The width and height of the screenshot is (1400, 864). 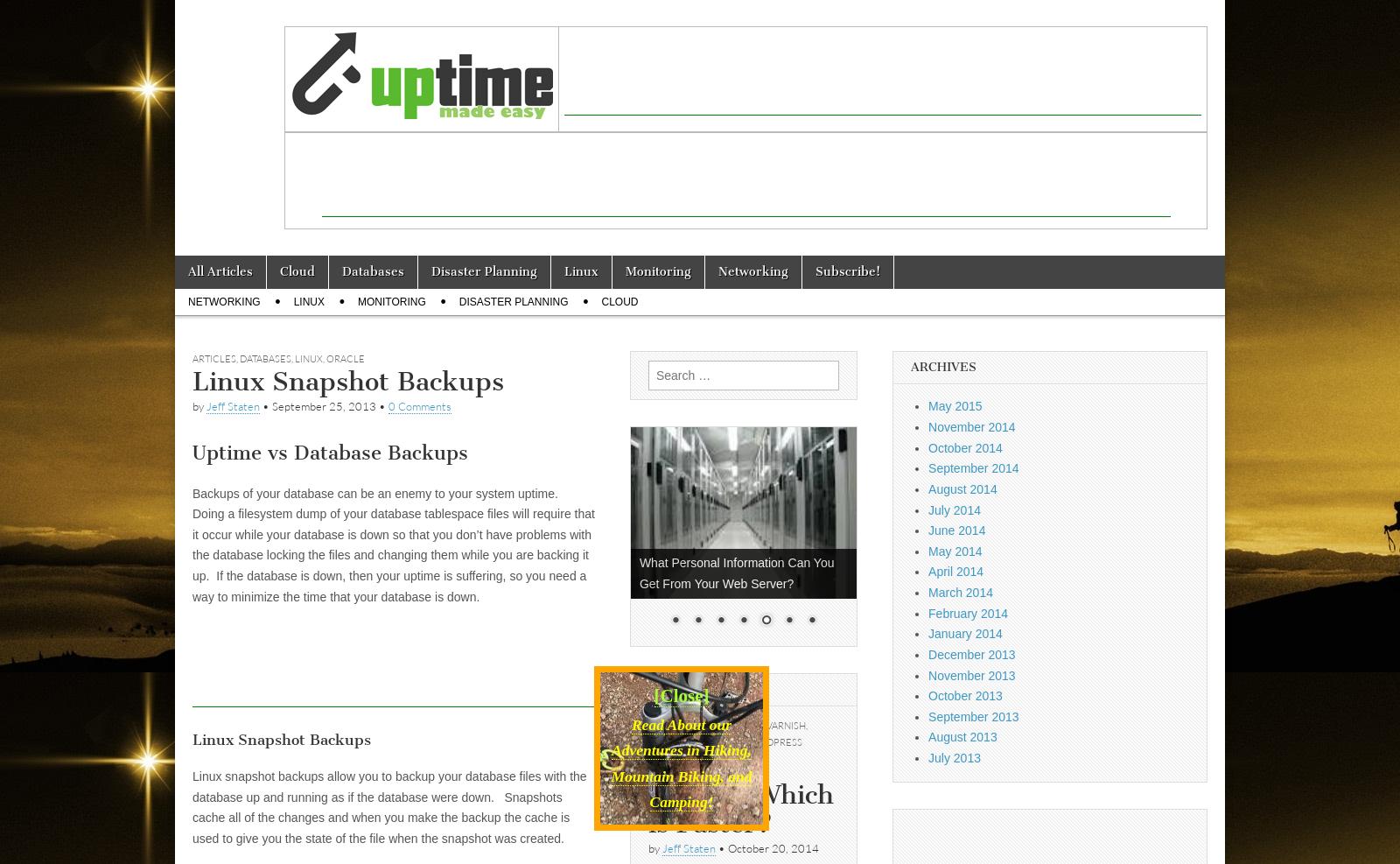 What do you see at coordinates (971, 425) in the screenshot?
I see `'November 2014'` at bounding box center [971, 425].